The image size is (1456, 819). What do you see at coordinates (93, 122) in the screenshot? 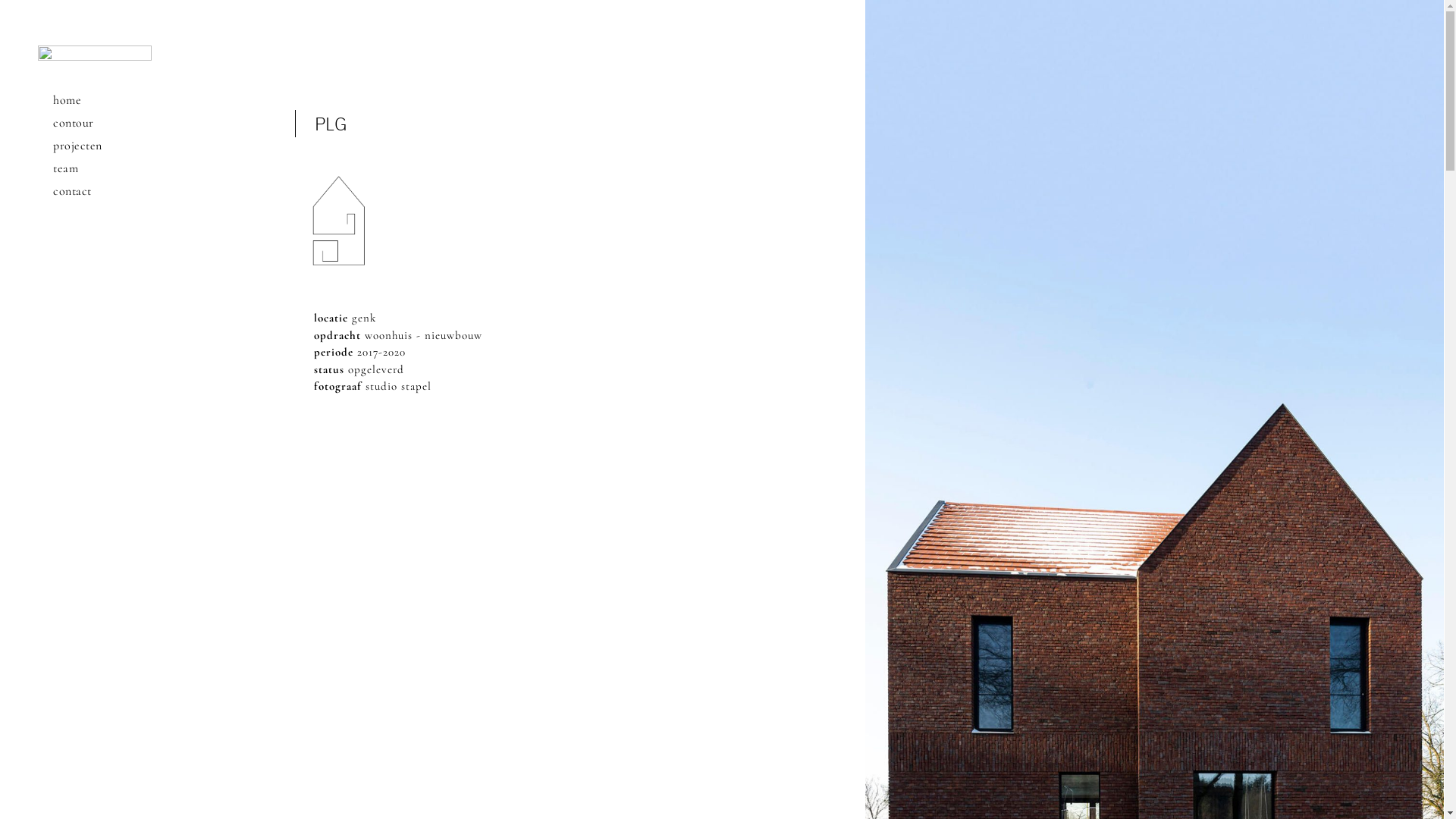
I see `'contour'` at bounding box center [93, 122].